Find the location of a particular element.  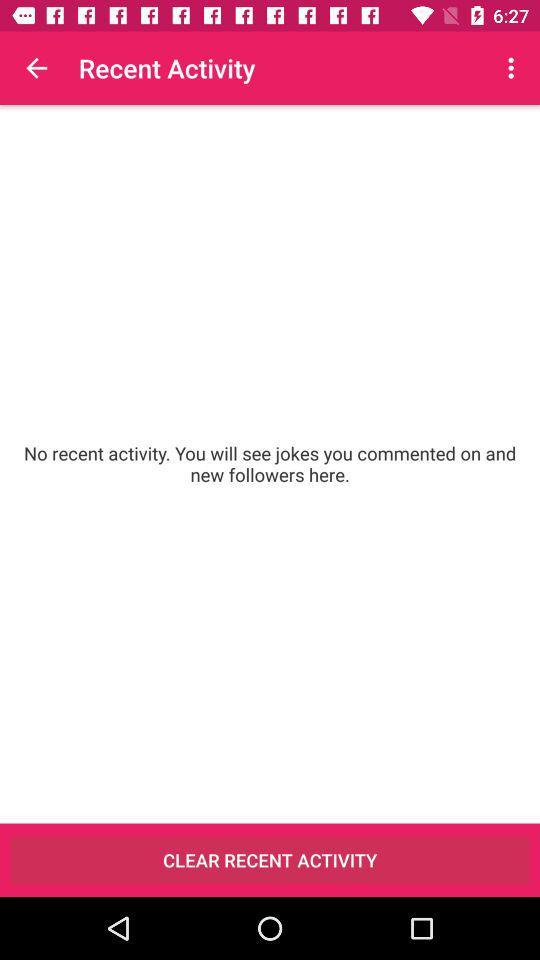

the item above no recent activity item is located at coordinates (36, 68).